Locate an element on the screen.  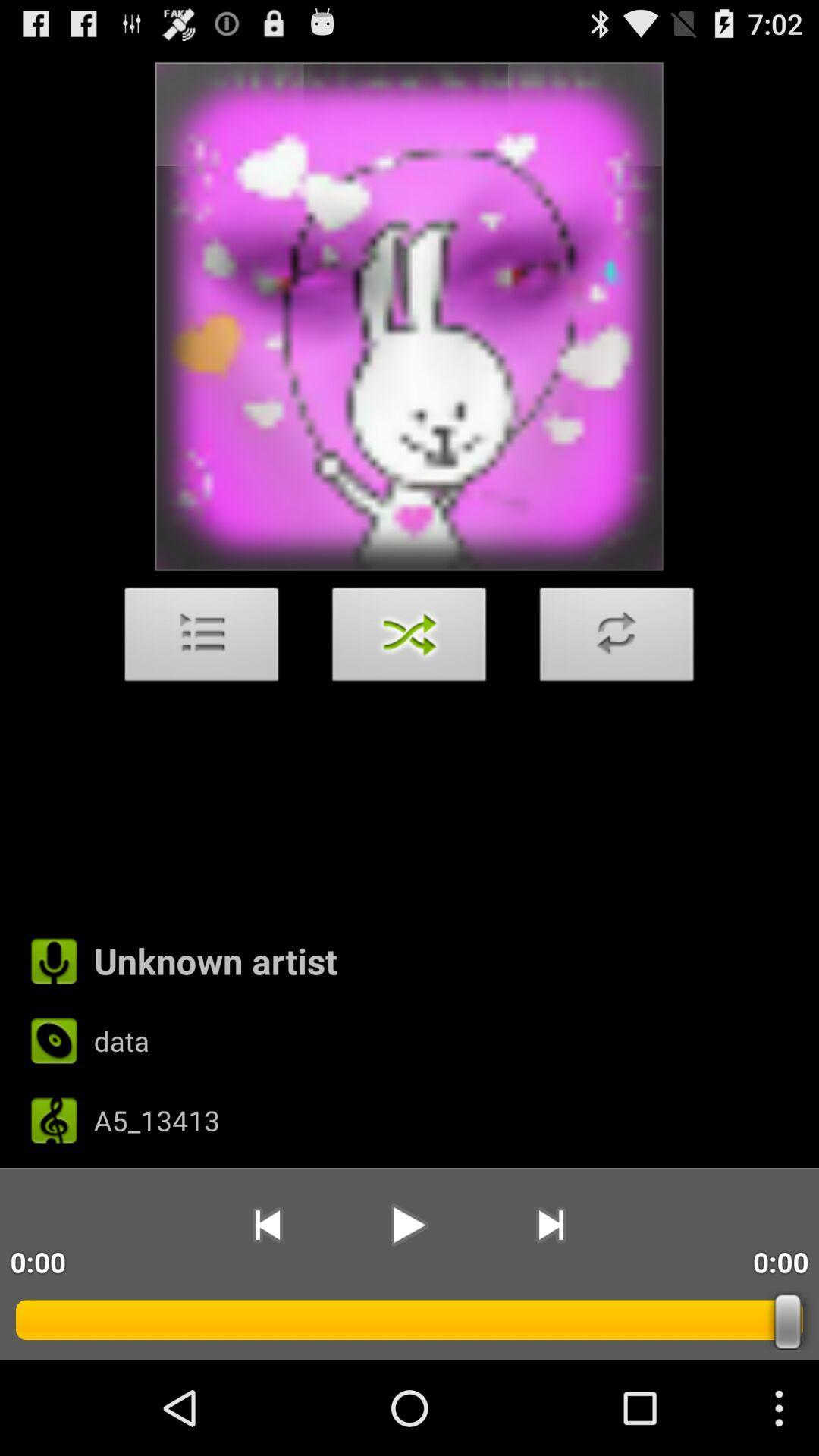
icon next to 0:00 is located at coordinates (551, 1225).